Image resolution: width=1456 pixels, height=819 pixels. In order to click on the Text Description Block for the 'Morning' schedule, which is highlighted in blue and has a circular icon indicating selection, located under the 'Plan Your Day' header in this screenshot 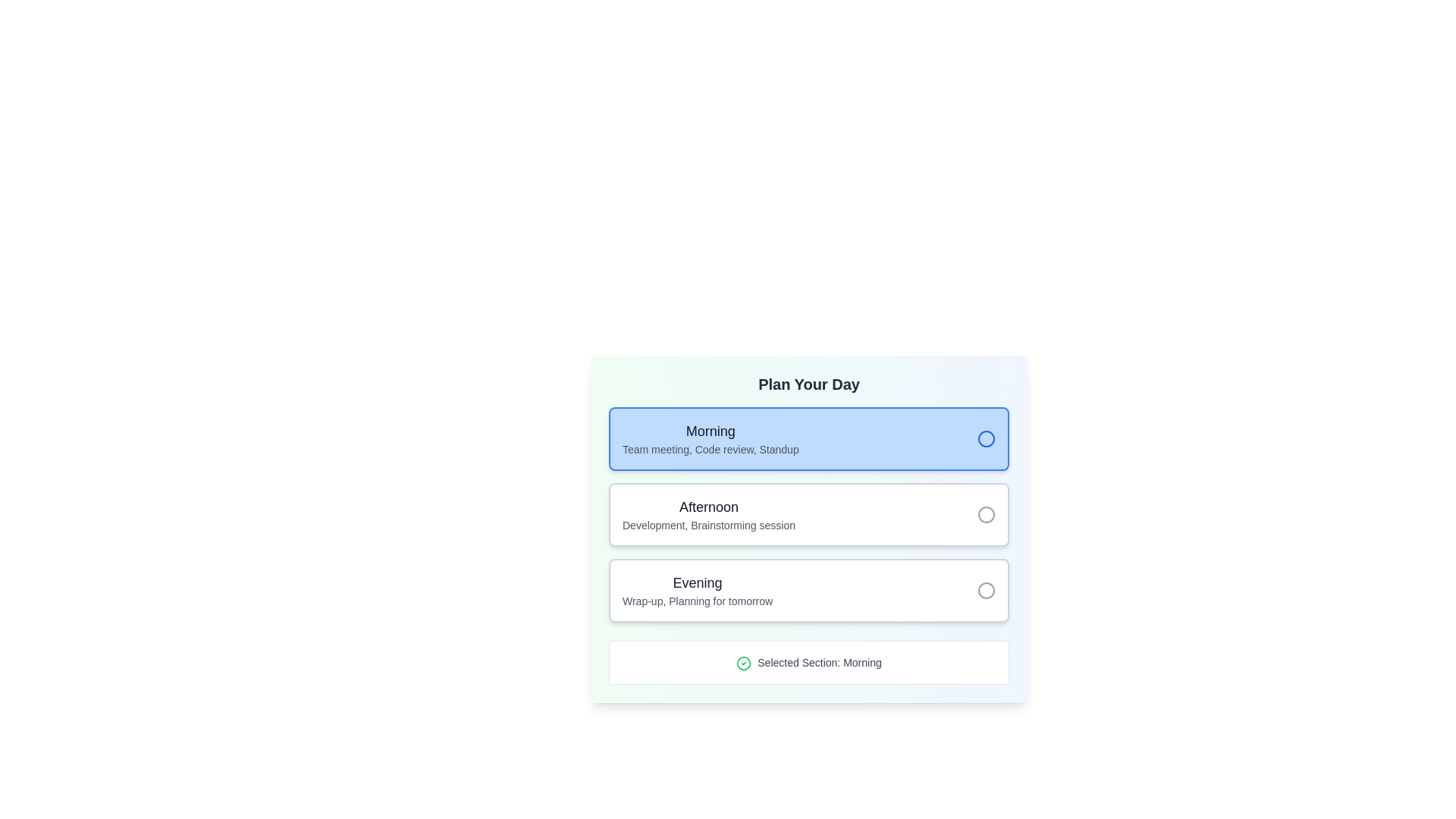, I will do `click(710, 438)`.